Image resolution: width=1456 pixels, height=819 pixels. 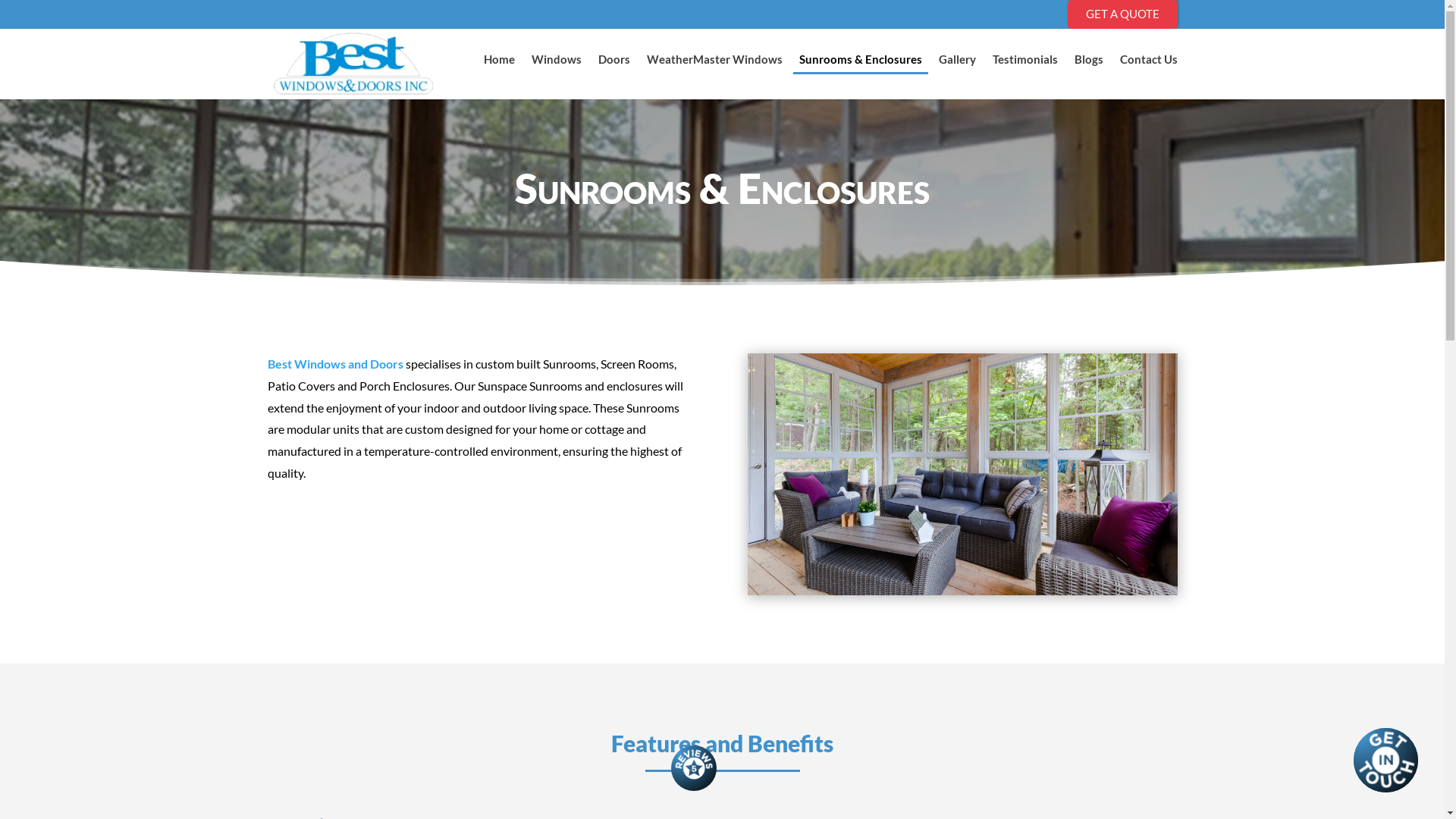 I want to click on 'Testimonials', so click(x=1024, y=71).